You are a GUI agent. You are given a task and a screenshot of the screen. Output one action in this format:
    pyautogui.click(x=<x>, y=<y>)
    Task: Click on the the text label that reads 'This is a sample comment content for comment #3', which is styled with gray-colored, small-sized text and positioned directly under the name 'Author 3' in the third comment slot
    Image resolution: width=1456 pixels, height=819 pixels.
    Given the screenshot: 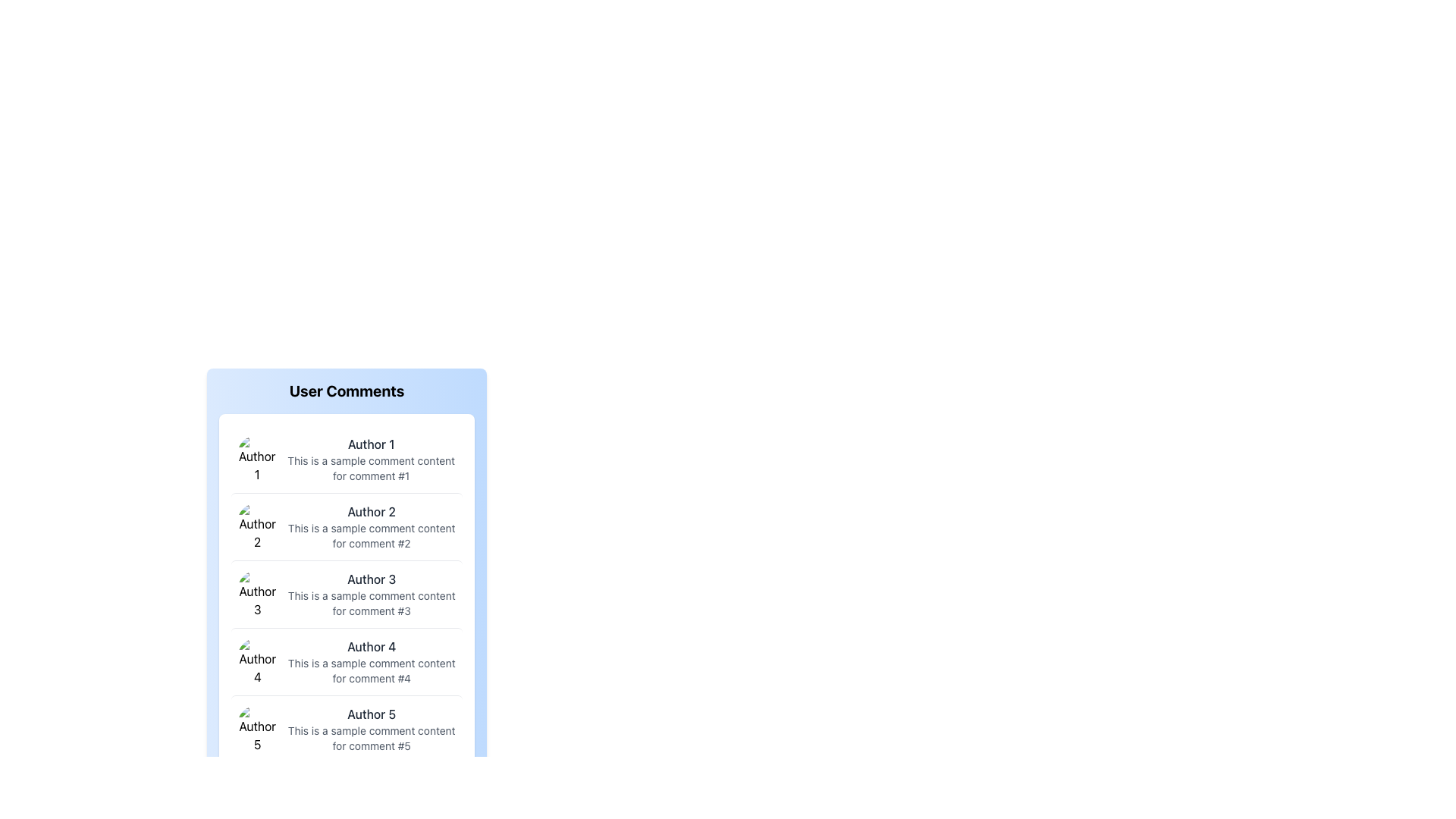 What is the action you would take?
    pyautogui.click(x=372, y=602)
    